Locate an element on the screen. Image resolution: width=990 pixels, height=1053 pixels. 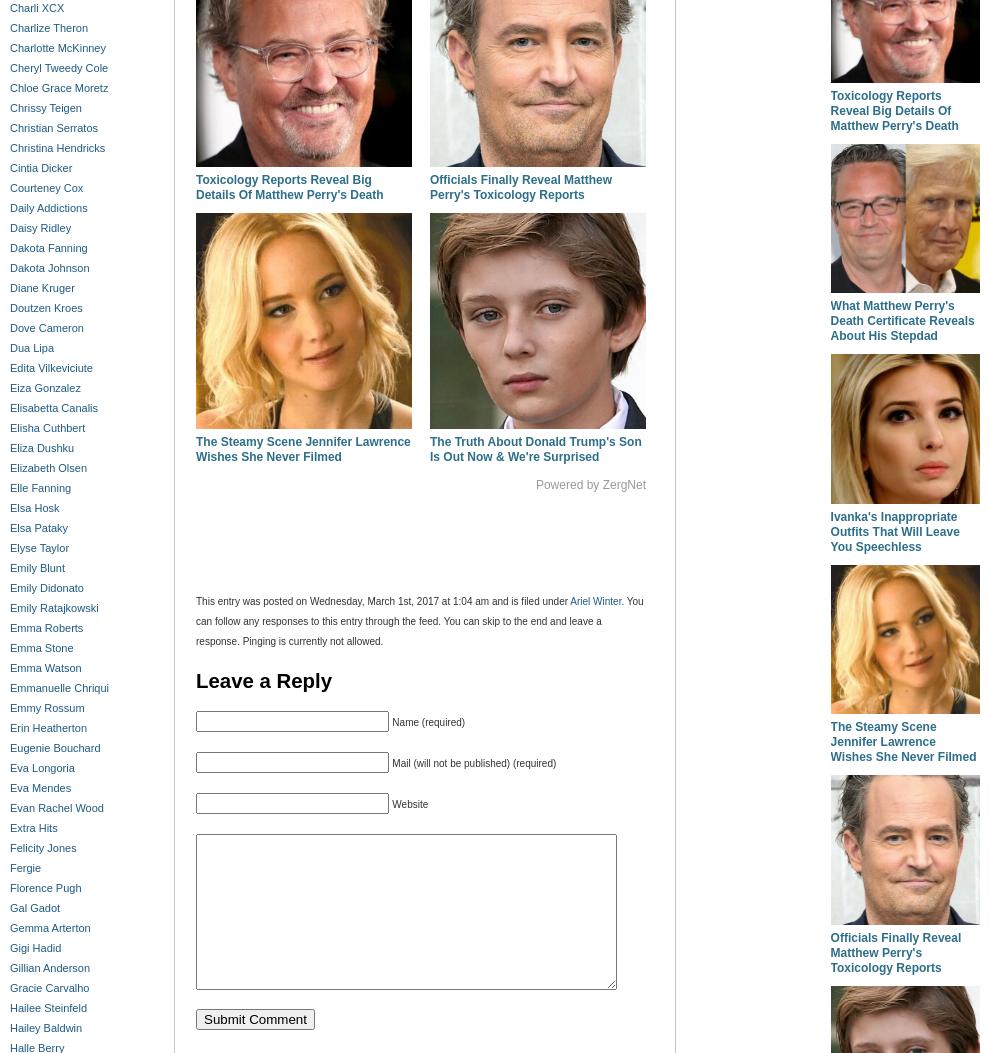
'This entry was posted
												on Wednesday, March 1st, 2017 at 1:04 am						and is filed under' is located at coordinates (383, 601).